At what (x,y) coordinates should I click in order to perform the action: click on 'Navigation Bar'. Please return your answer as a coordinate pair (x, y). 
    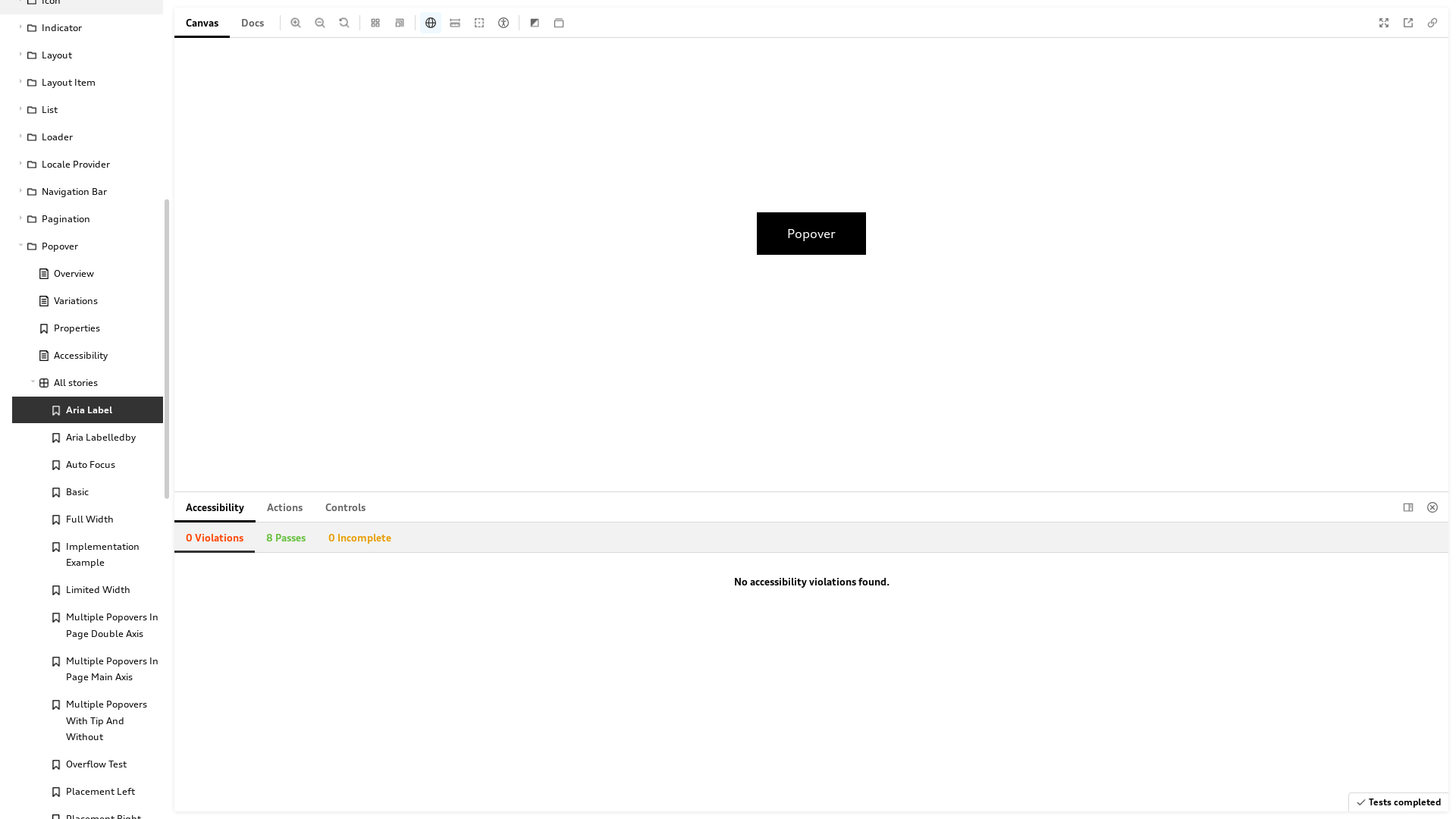
    Looking at the image, I should click on (80, 191).